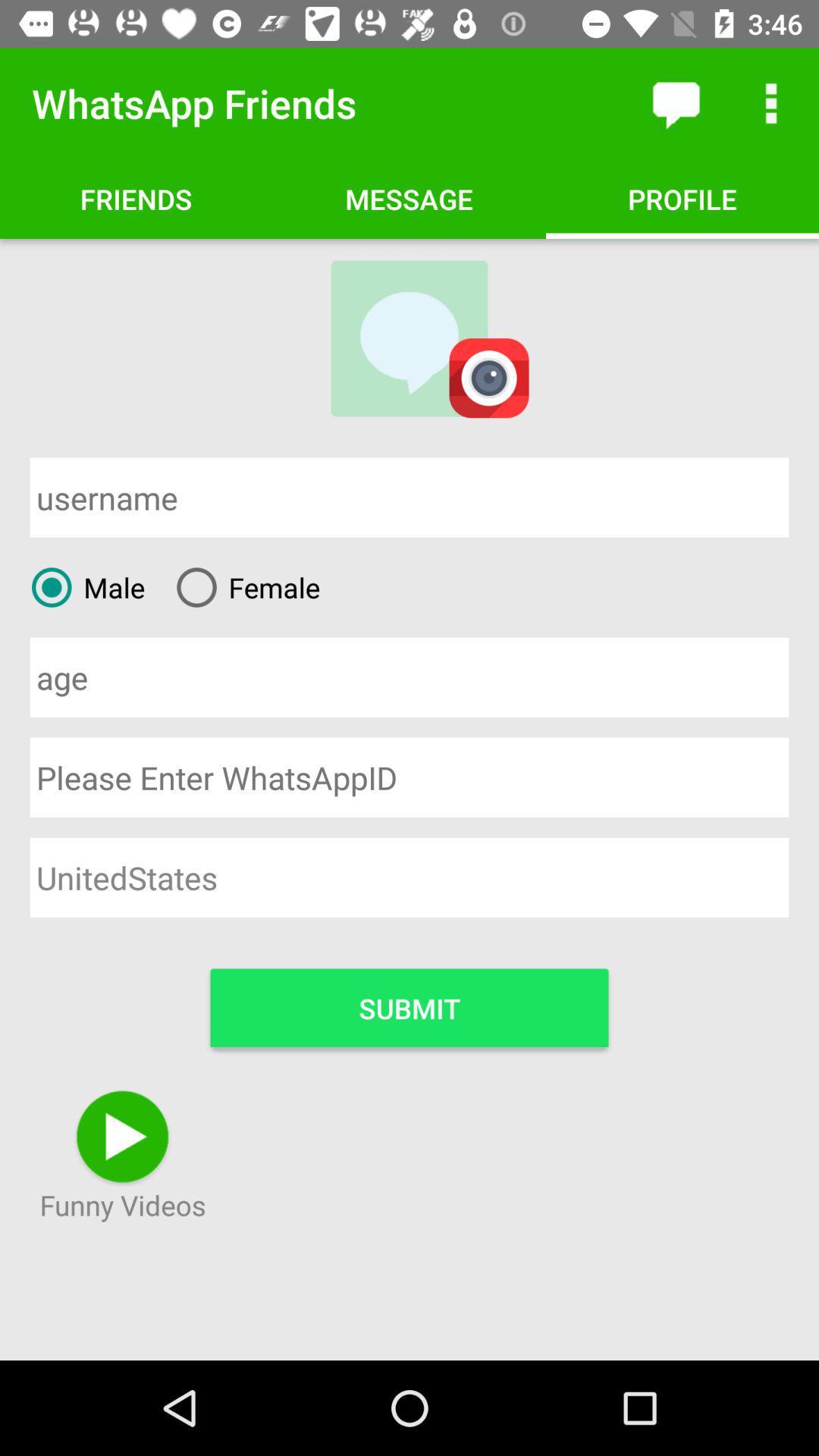 This screenshot has width=819, height=1456. Describe the element at coordinates (675, 102) in the screenshot. I see `new message` at that location.